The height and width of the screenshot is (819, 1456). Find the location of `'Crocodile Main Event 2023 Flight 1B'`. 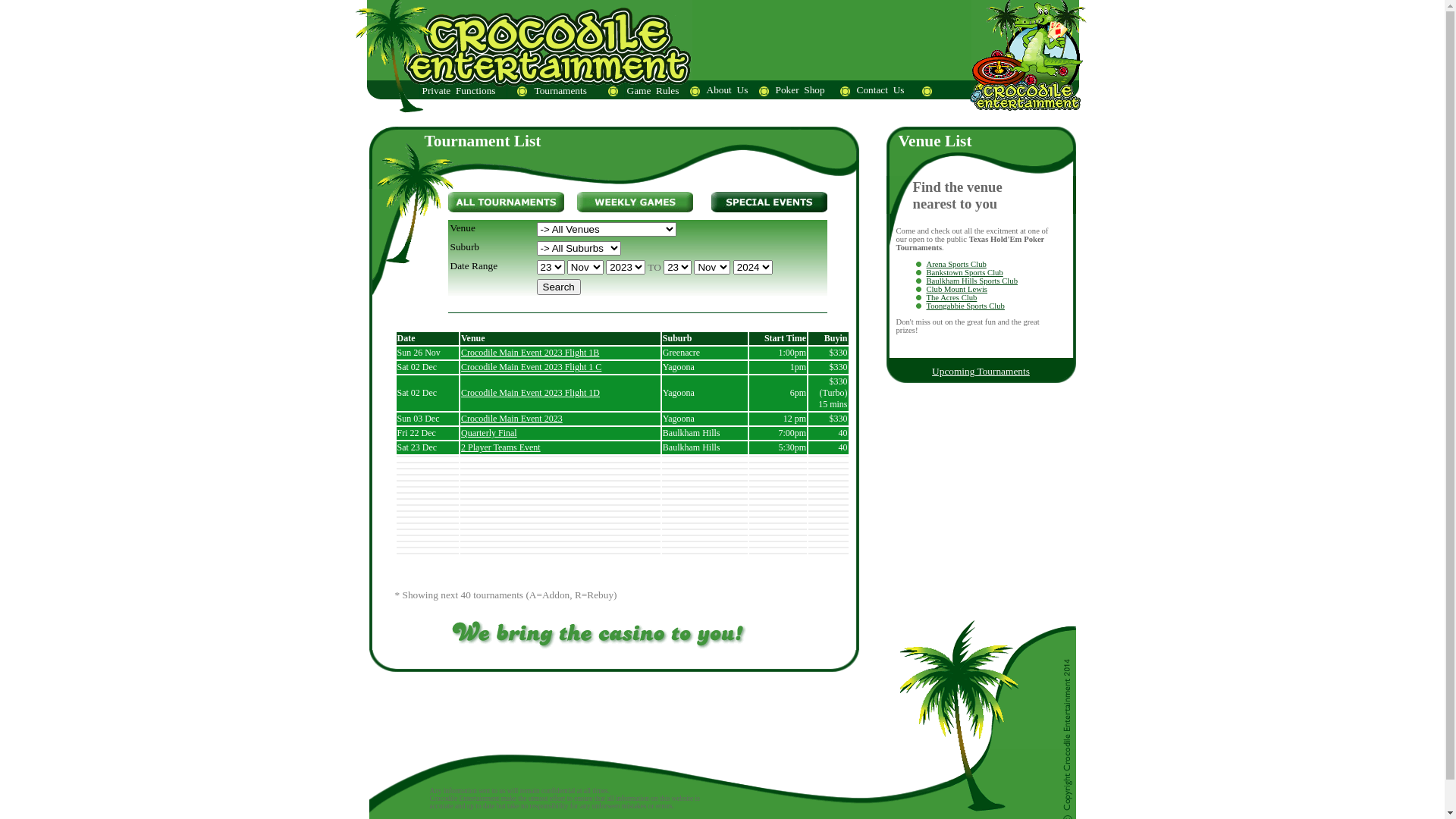

'Crocodile Main Event 2023 Flight 1B' is located at coordinates (460, 353).